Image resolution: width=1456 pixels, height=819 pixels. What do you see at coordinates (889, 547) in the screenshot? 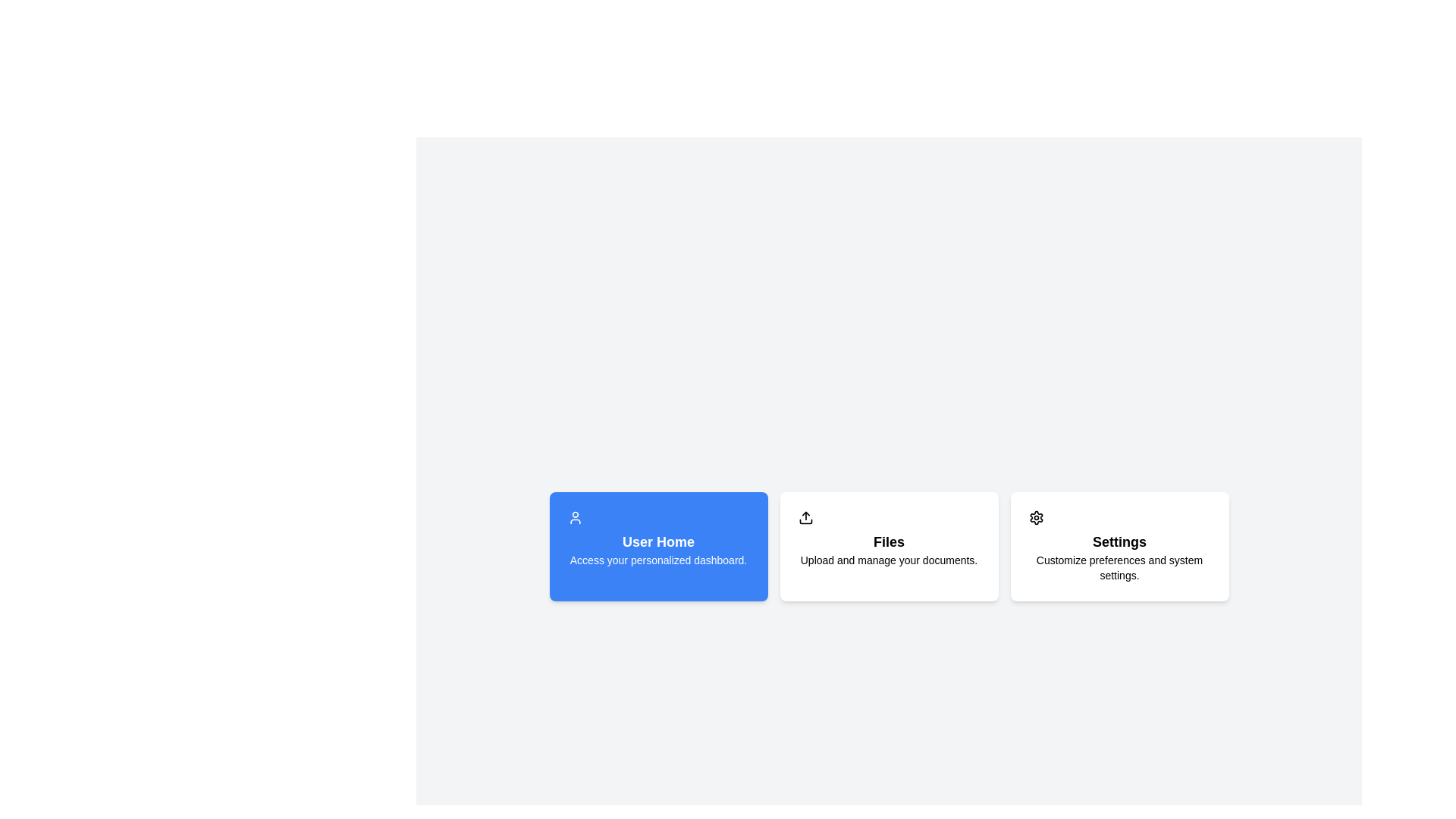
I see `the Card UI component that allows uploading and managing documents` at bounding box center [889, 547].